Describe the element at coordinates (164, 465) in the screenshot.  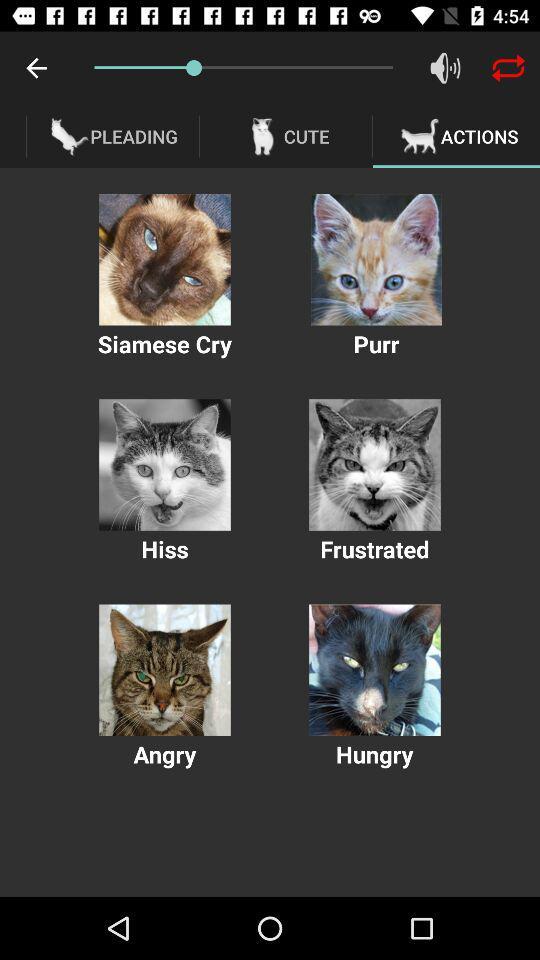
I see `the hiss action` at that location.